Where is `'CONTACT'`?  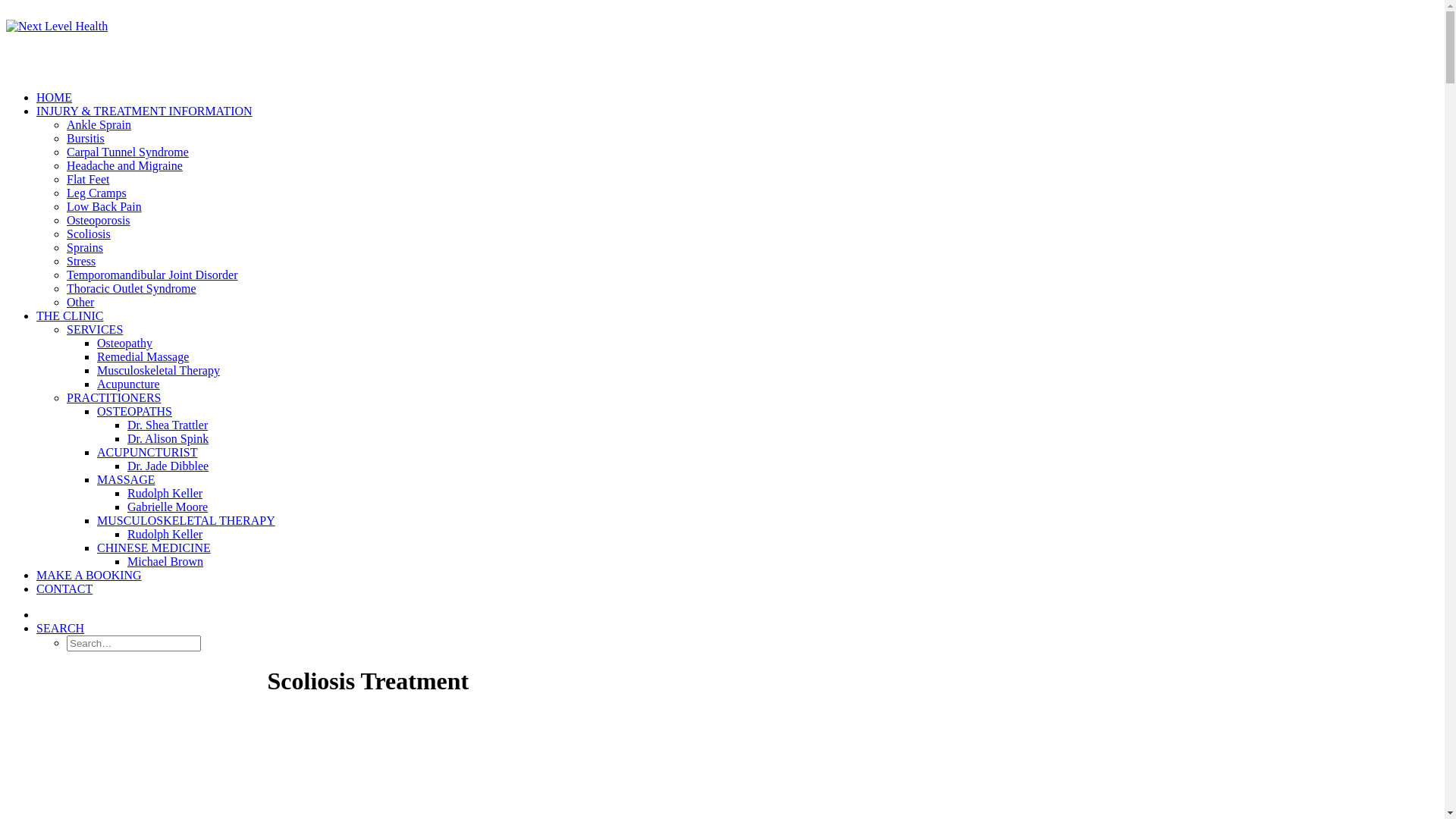
'CONTACT' is located at coordinates (64, 588).